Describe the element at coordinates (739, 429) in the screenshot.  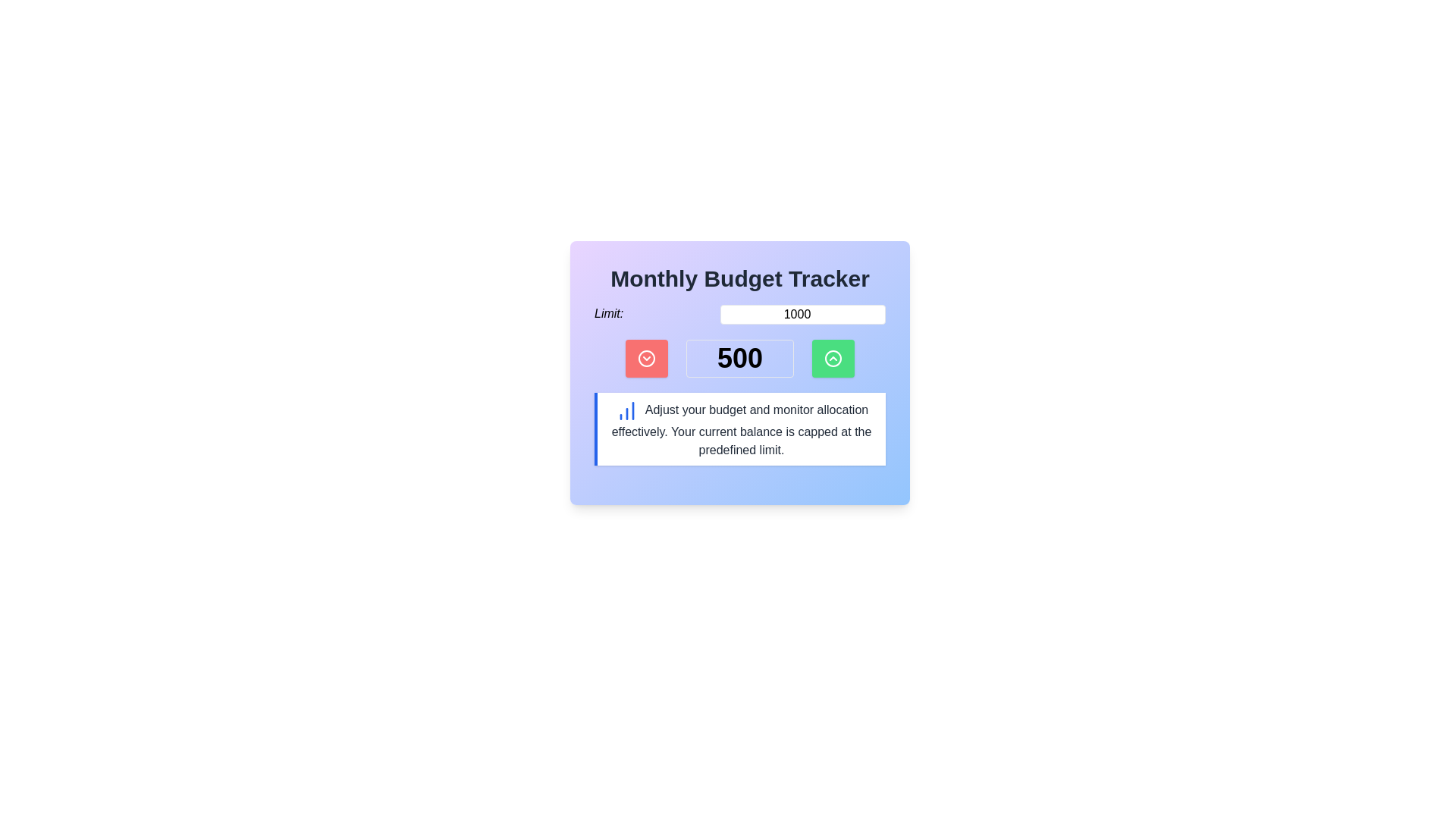
I see `the Informational text block with a blue bar chart icon that provides guidance on adjusting the budget and monitoring allocation, located in the 'Monthly Budget Tracker' section` at that location.